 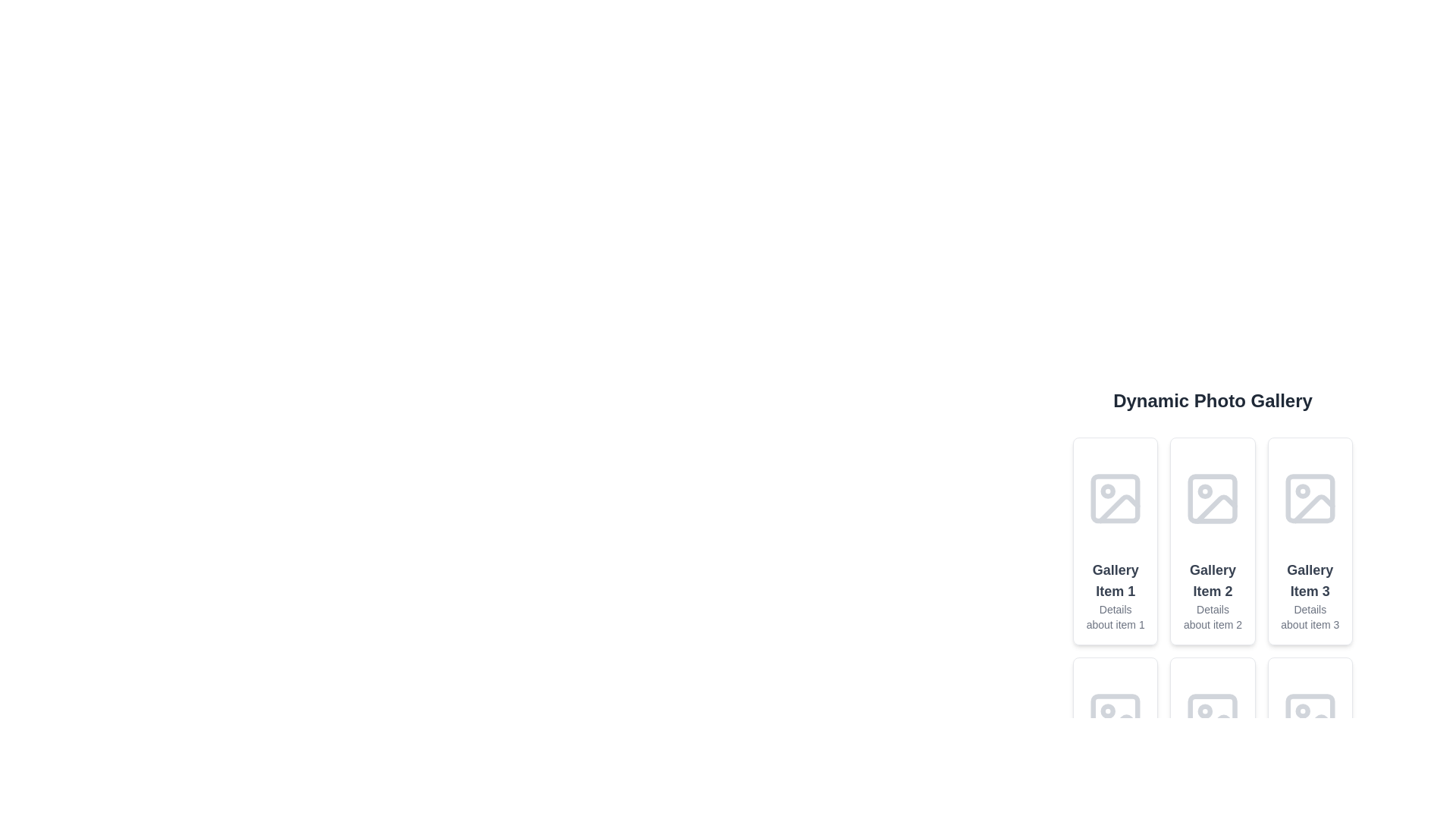 What do you see at coordinates (1302, 711) in the screenshot?
I see `the small filled circle in the second row and third column of the grid-like gallery layout, which is part of an SVG graphic representing an image placeholder icon` at bounding box center [1302, 711].